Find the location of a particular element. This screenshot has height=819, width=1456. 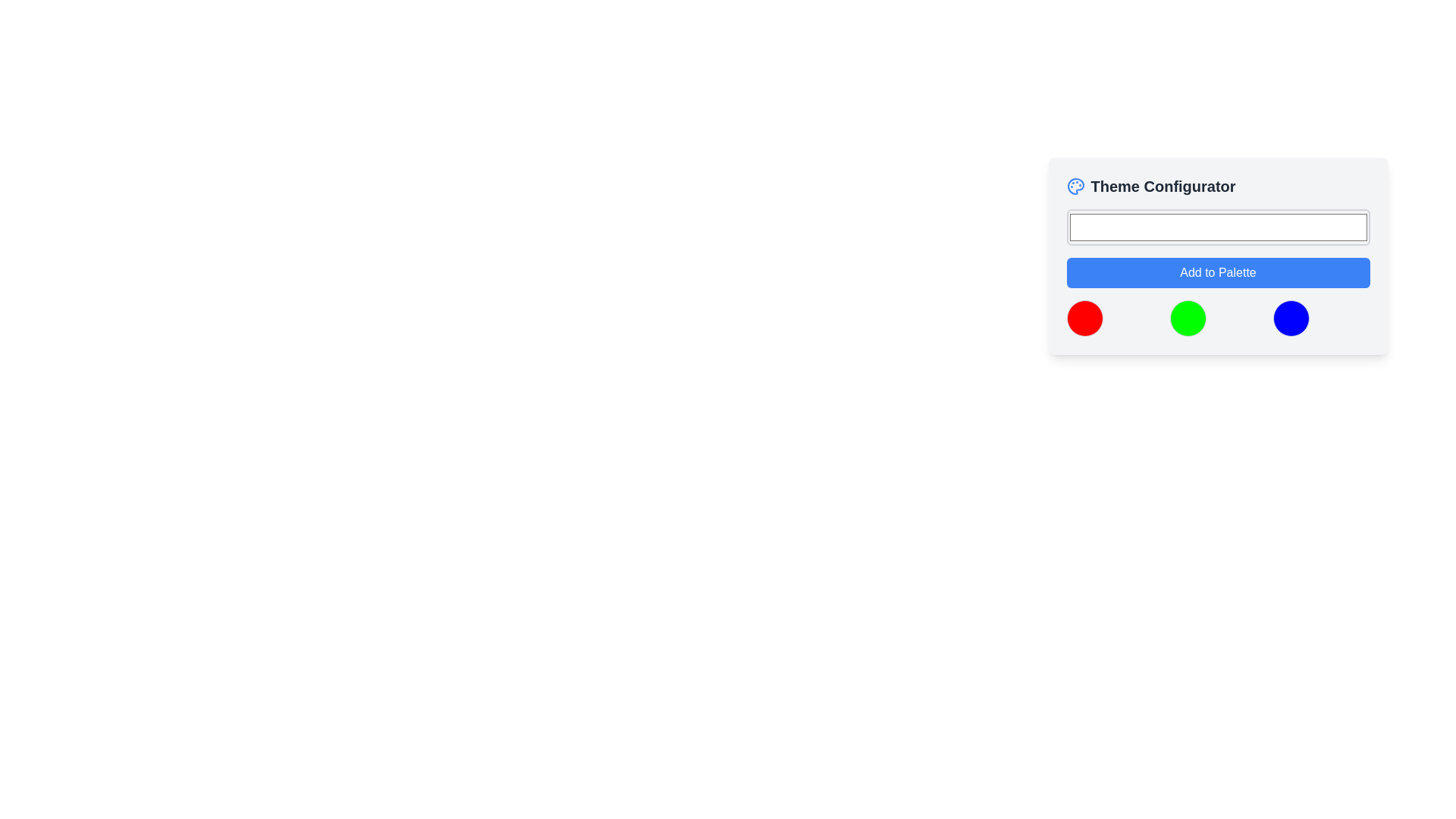

the leftmost circular button in the color palette configuration section is located at coordinates (1084, 318).